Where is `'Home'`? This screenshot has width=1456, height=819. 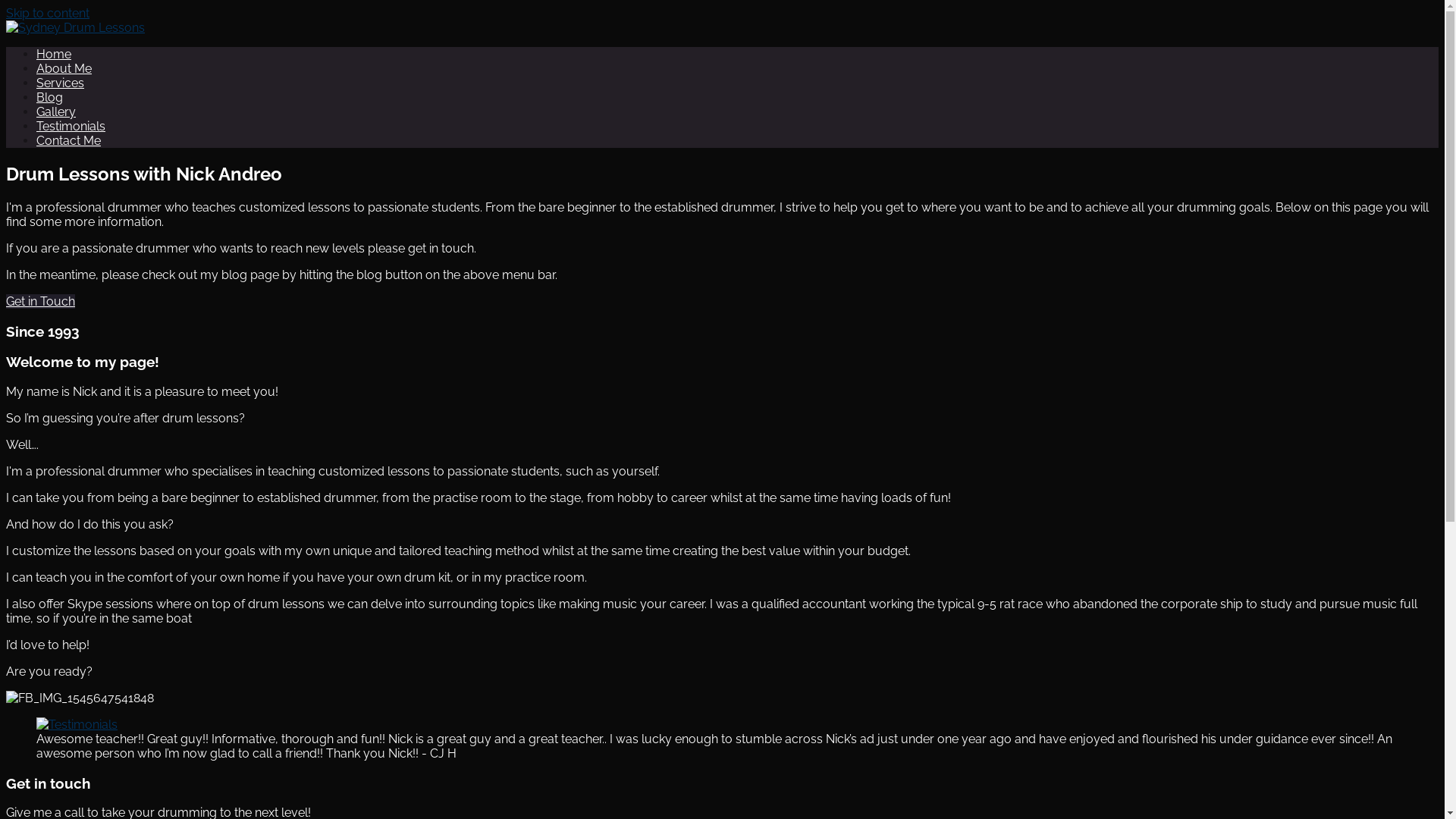
'Home' is located at coordinates (54, 53).